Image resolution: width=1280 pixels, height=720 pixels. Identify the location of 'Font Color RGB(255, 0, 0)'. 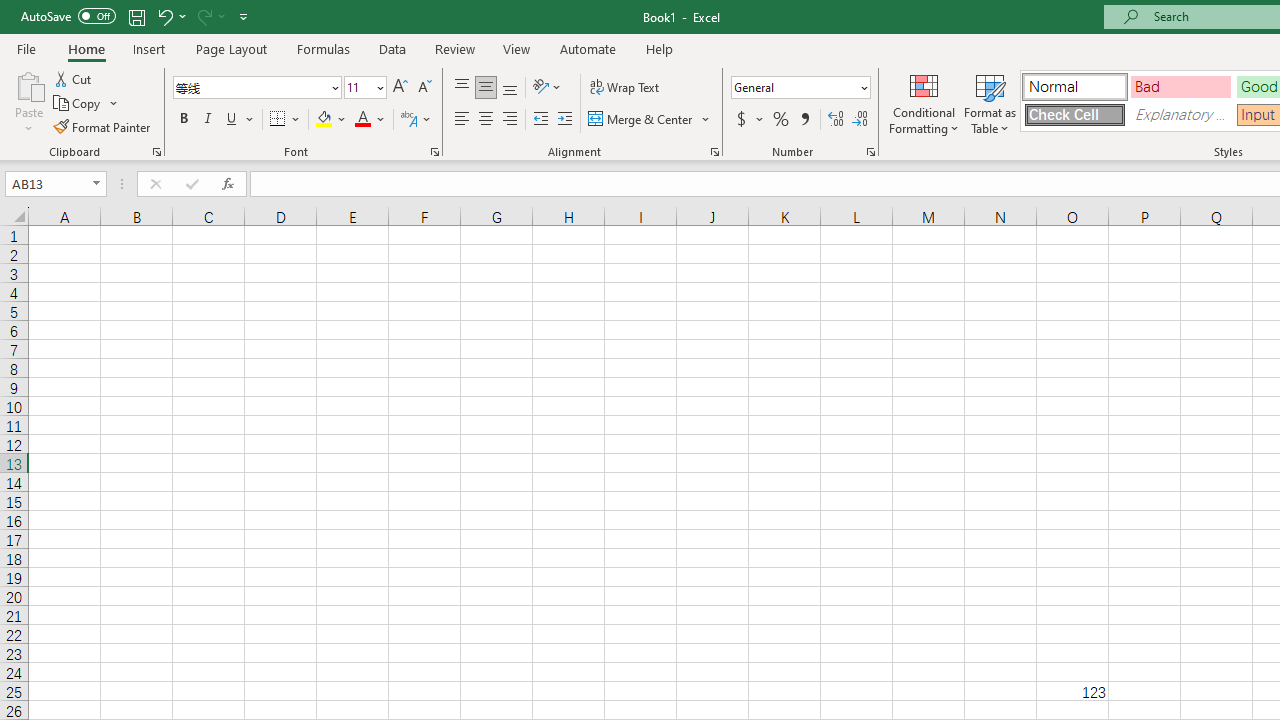
(362, 119).